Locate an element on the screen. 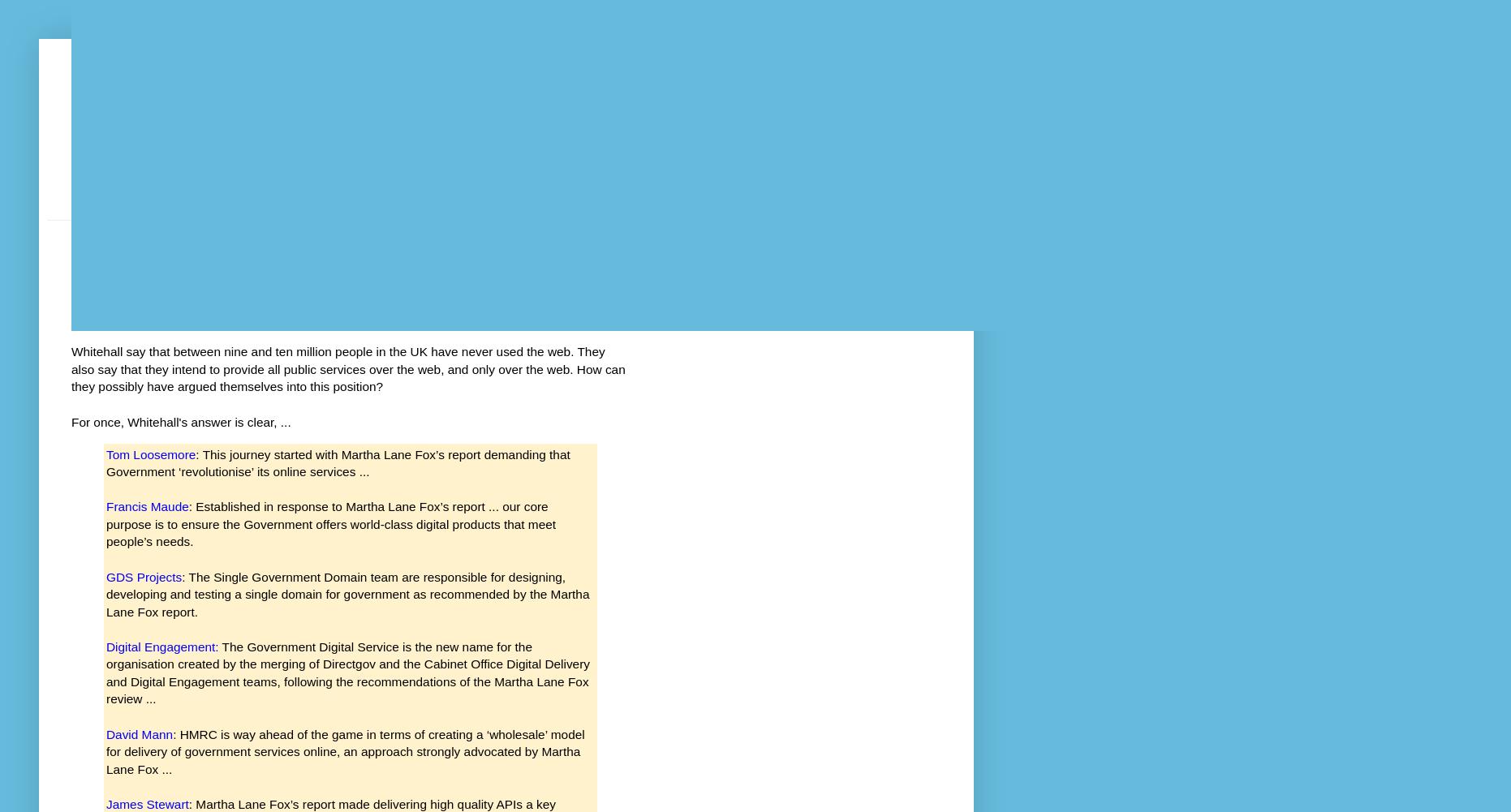 The image size is (1511, 812). 'Martha Lane Fox, one of the unwritten bits of the British Constitution' is located at coordinates (71, 299).